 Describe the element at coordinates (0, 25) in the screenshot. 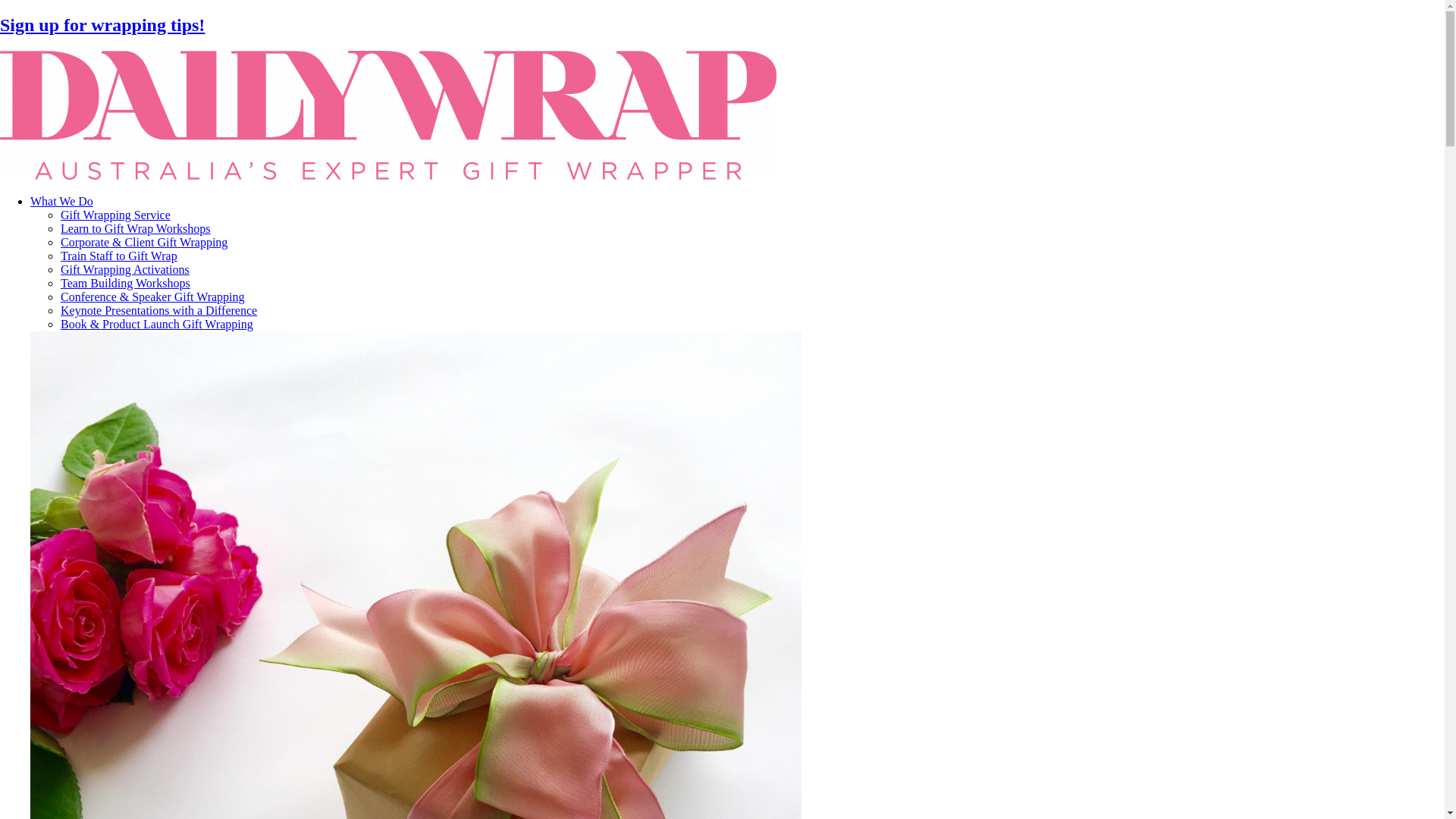

I see `'Sign up for wrapping tips!'` at that location.